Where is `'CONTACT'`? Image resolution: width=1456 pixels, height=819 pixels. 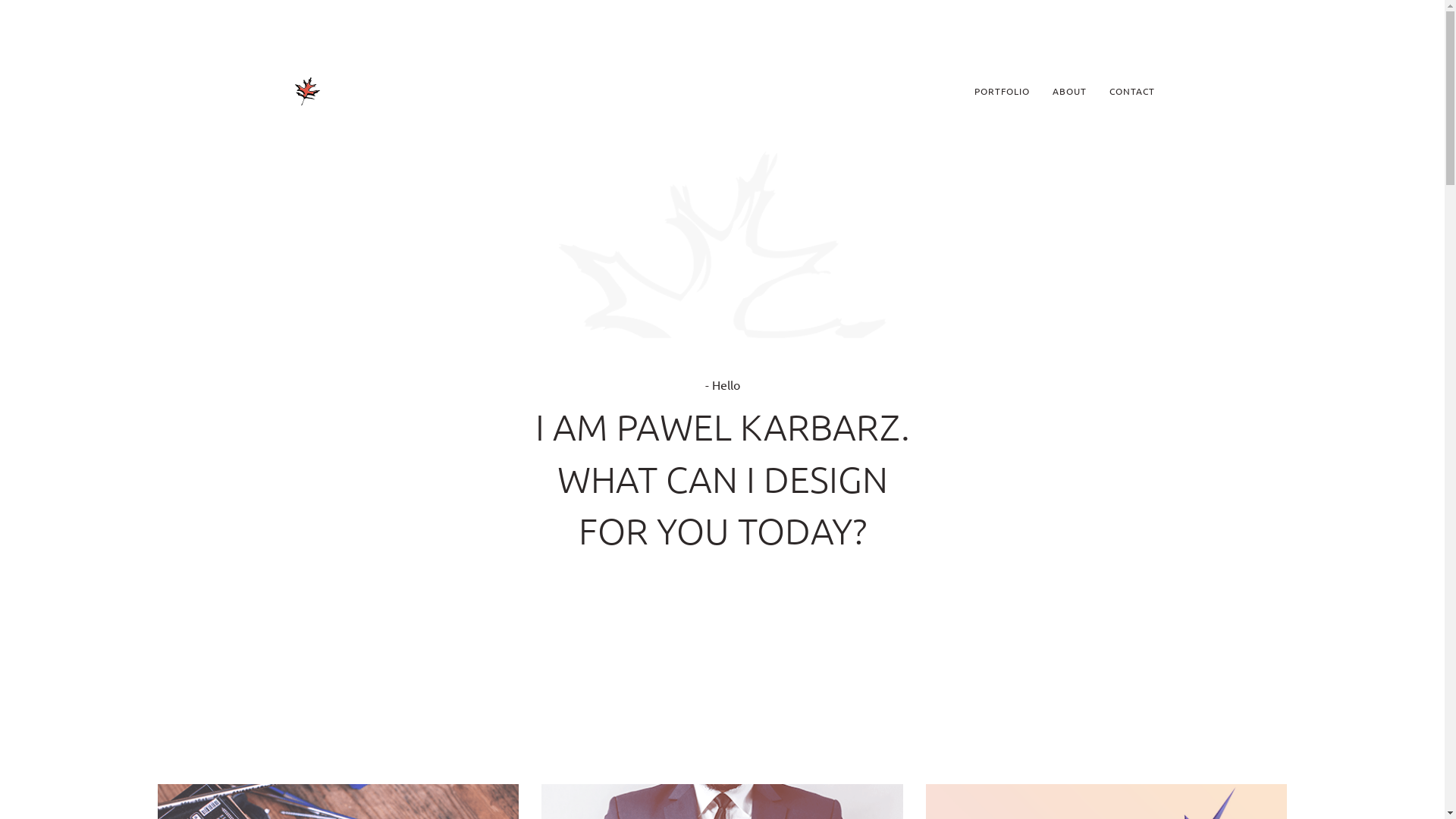 'CONTACT' is located at coordinates (1131, 90).